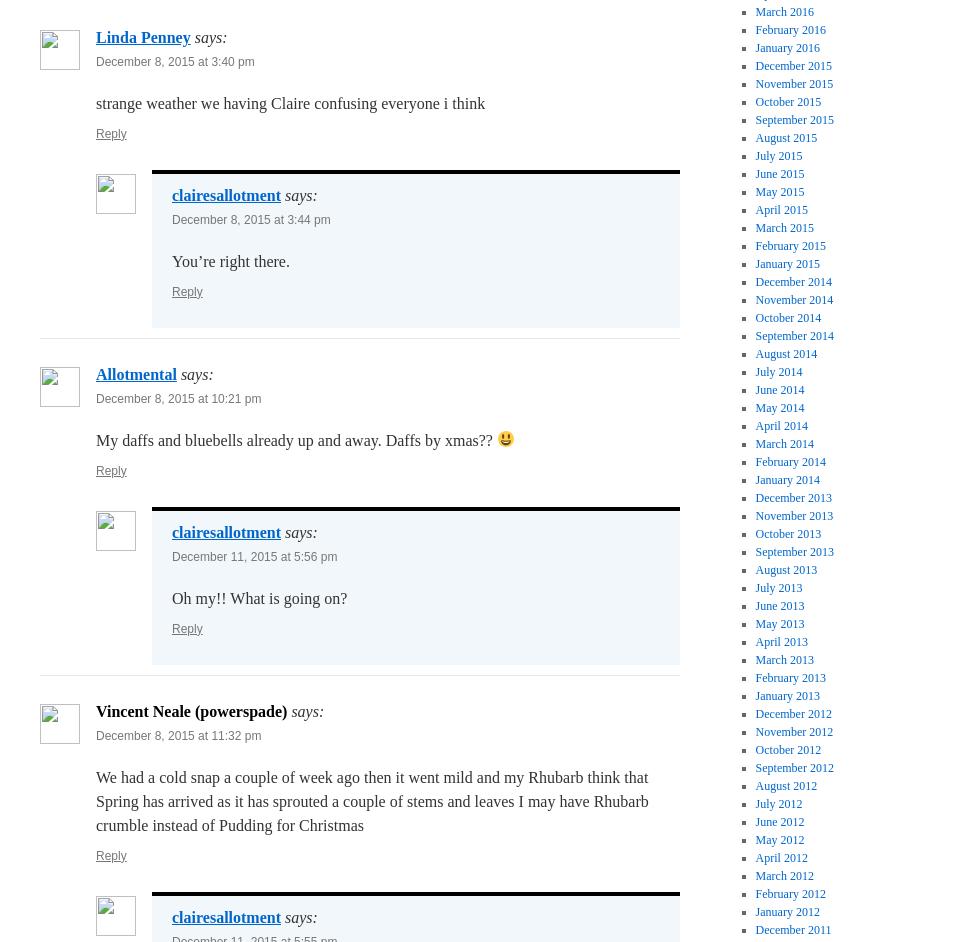 The height and width of the screenshot is (942, 980). I want to click on 'January 2014', so click(787, 480).